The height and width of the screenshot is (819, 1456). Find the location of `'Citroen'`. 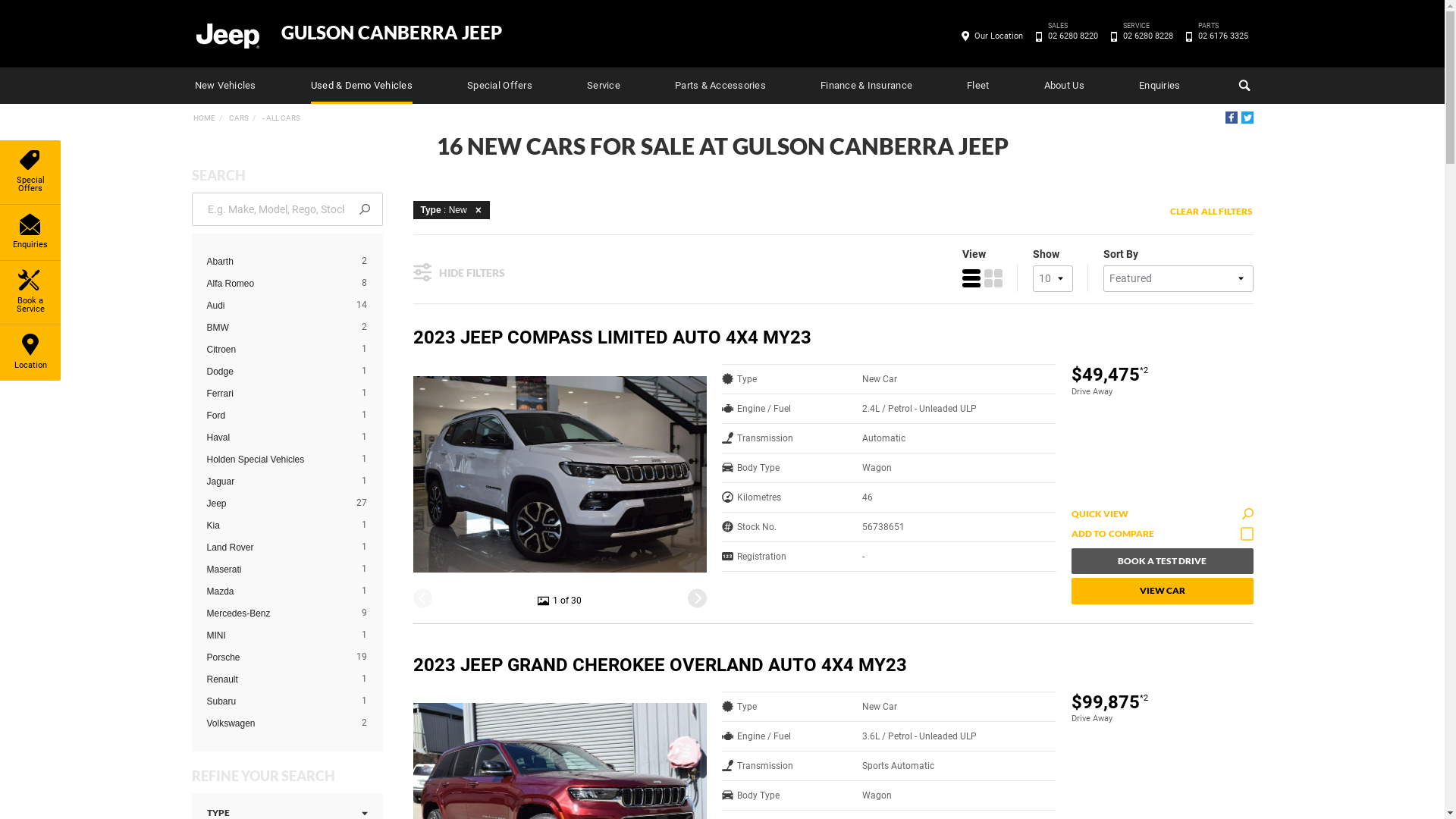

'Citroen' is located at coordinates (275, 350).